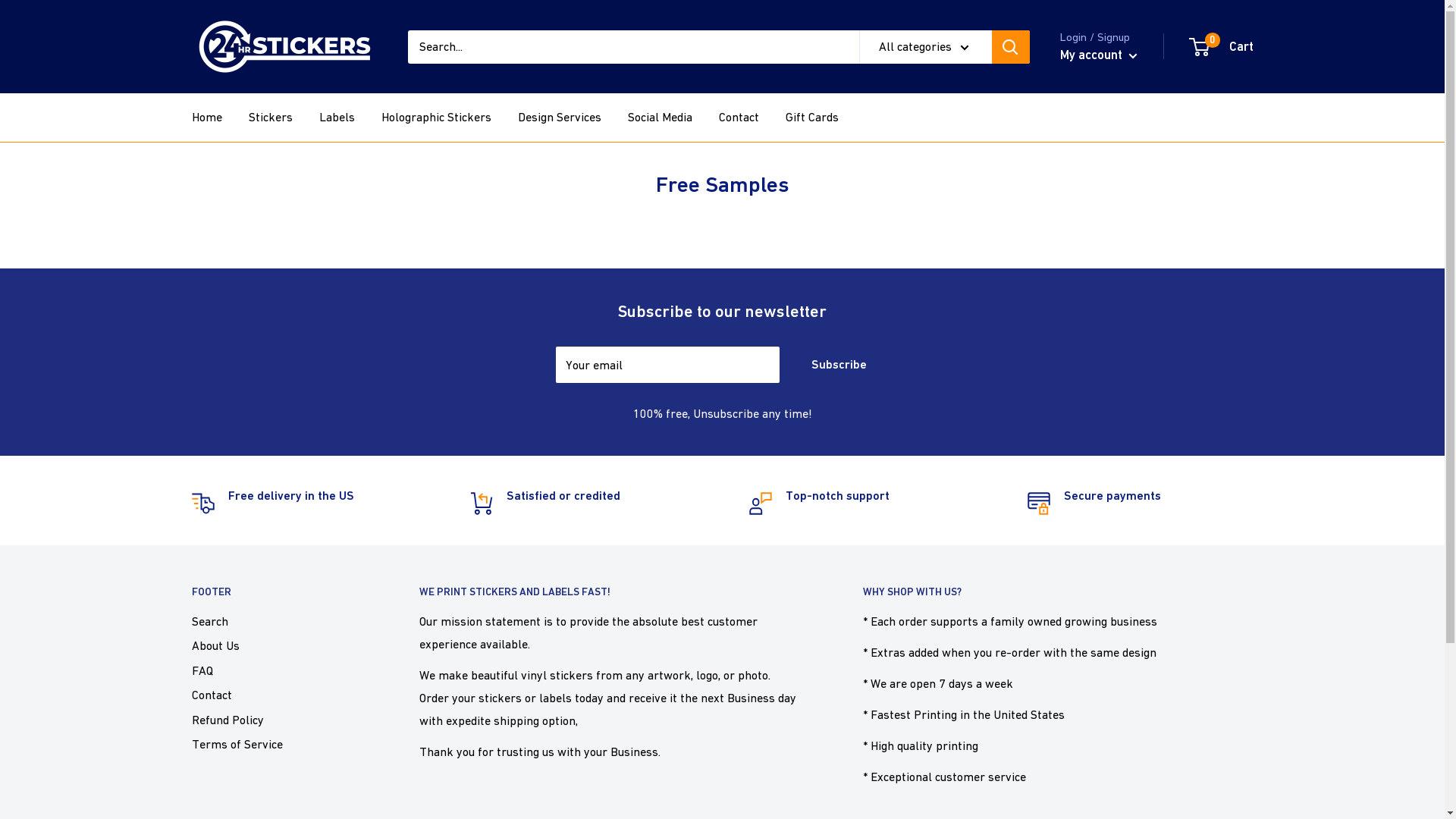  What do you see at coordinates (1189, 45) in the screenshot?
I see `'0` at bounding box center [1189, 45].